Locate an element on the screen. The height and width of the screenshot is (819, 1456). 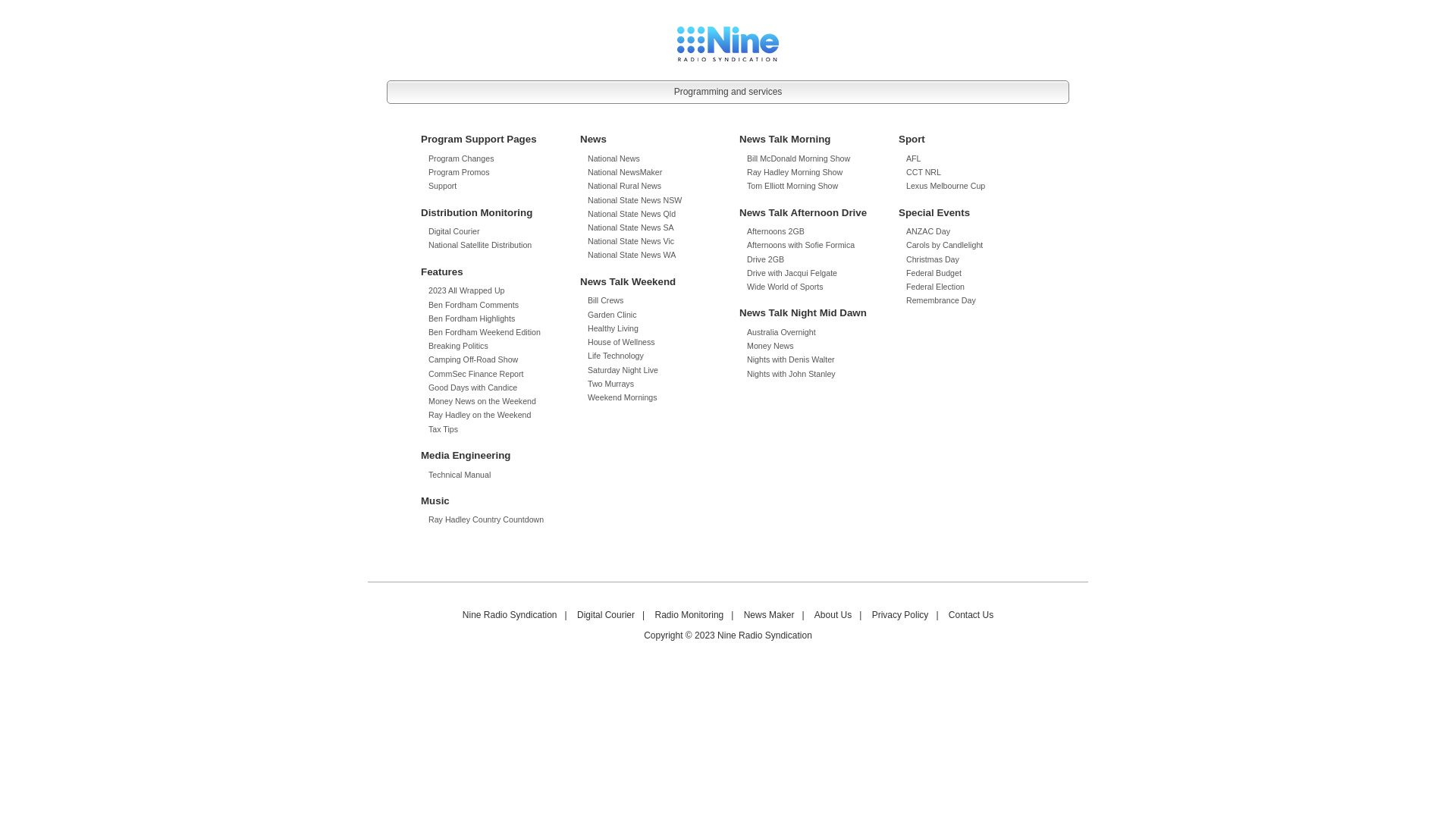
'Weekend Mornings' is located at coordinates (622, 397).